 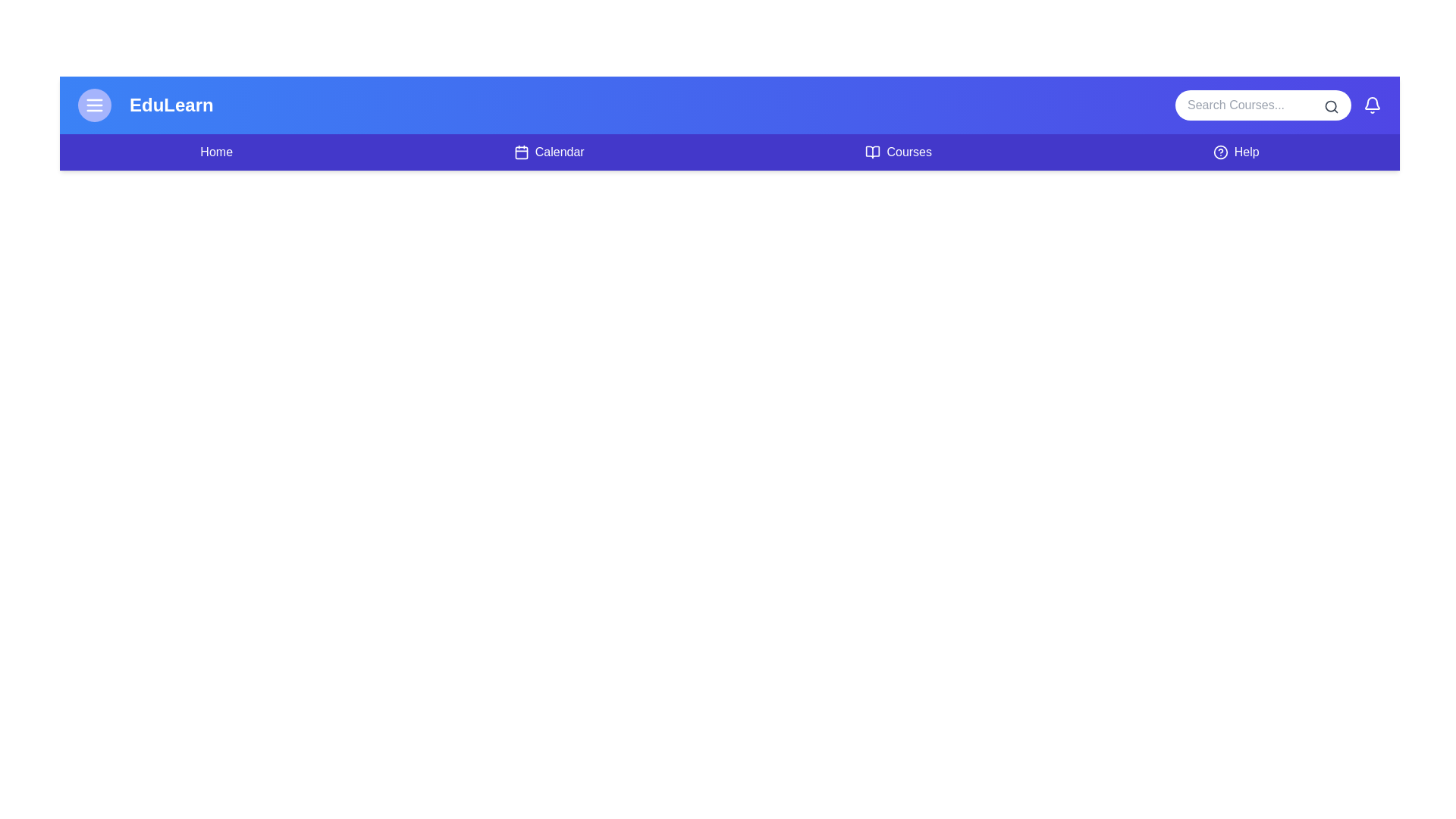 What do you see at coordinates (548, 152) in the screenshot?
I see `the navigation link for Calendar to navigate to the corresponding section` at bounding box center [548, 152].